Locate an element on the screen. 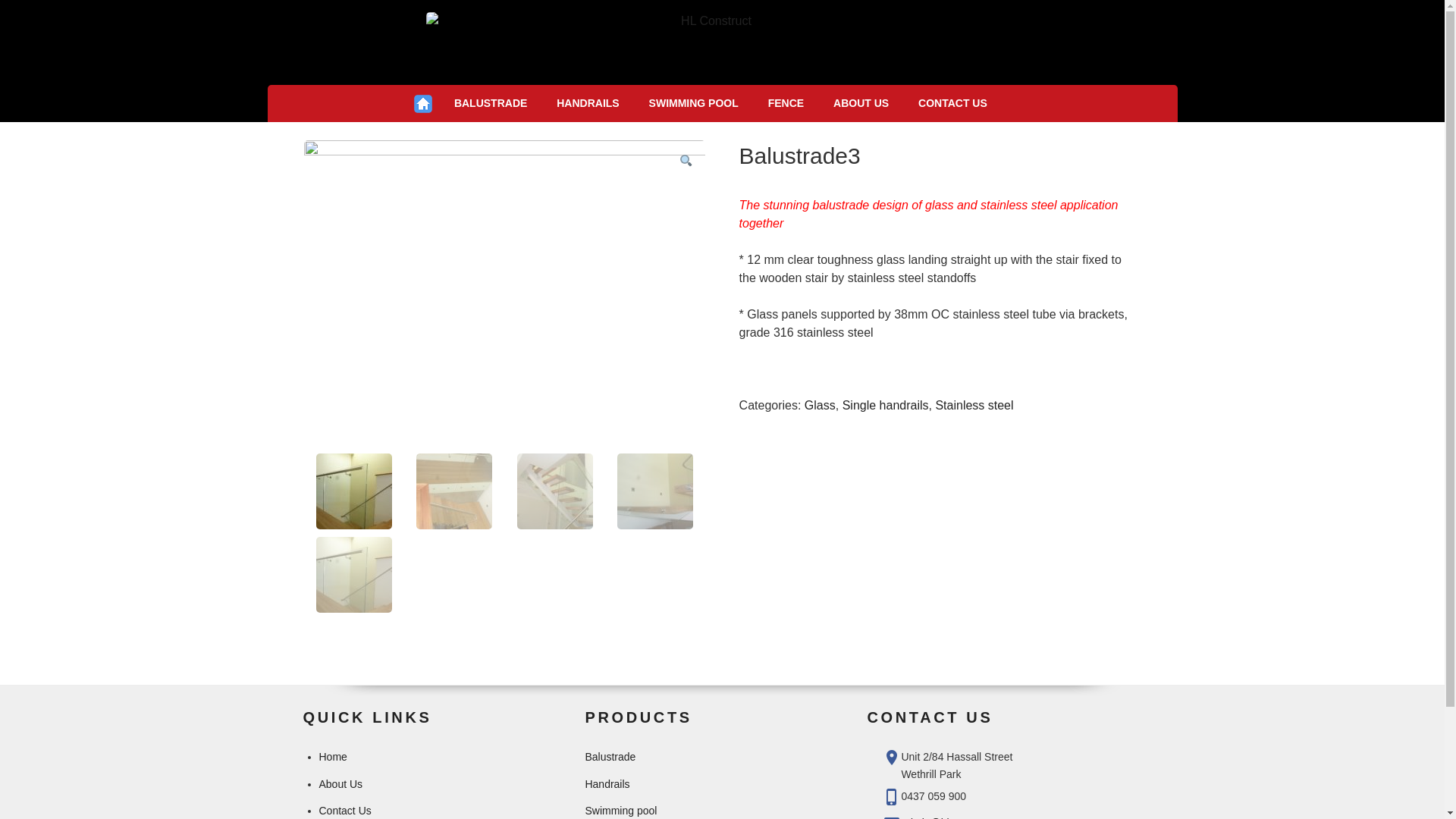  'About Us' is located at coordinates (340, 783).